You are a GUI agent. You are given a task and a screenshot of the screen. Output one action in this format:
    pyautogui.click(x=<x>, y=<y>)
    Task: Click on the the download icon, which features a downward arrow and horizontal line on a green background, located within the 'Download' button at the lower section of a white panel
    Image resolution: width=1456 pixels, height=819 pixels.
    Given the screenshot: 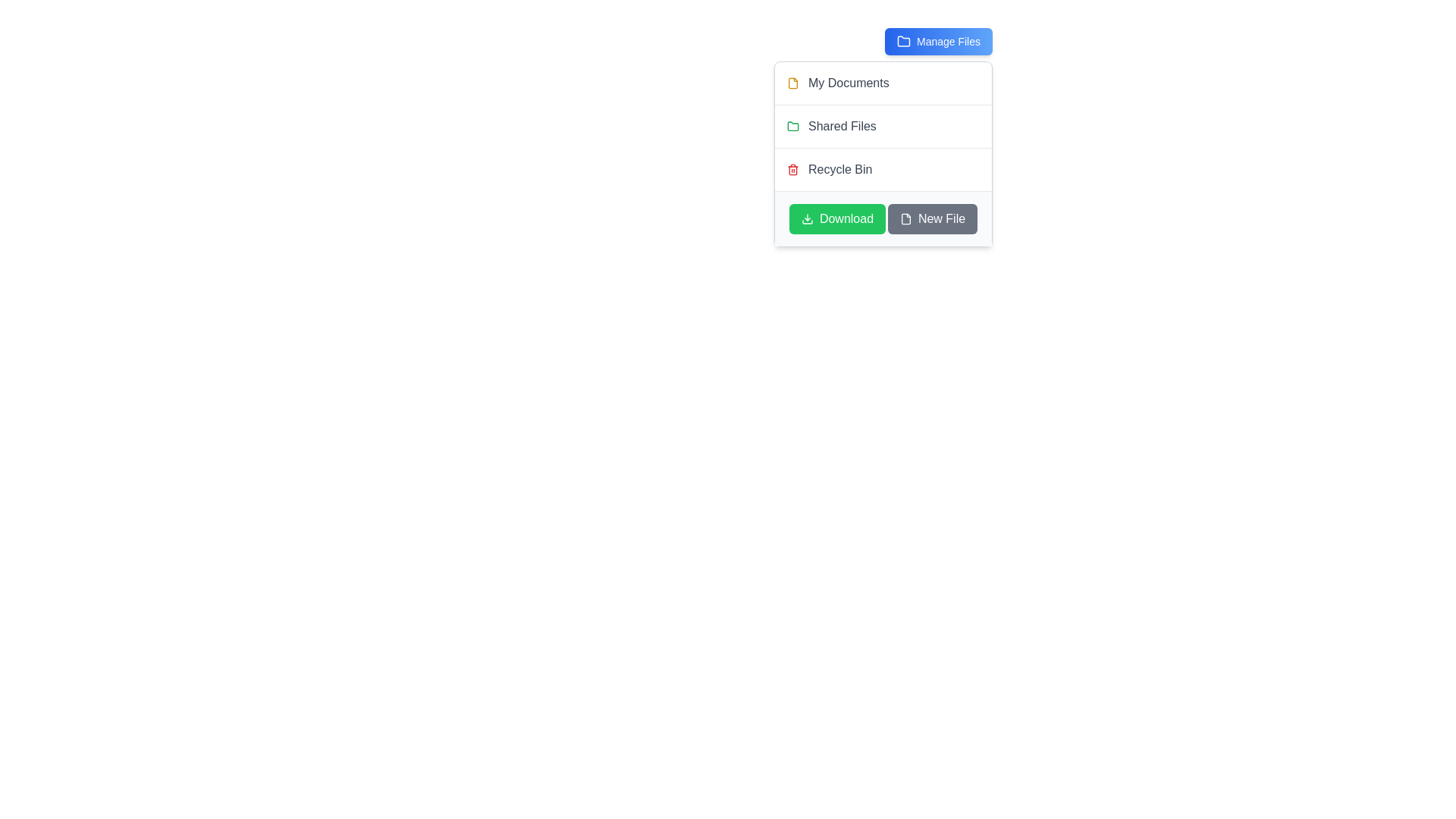 What is the action you would take?
    pyautogui.click(x=806, y=219)
    